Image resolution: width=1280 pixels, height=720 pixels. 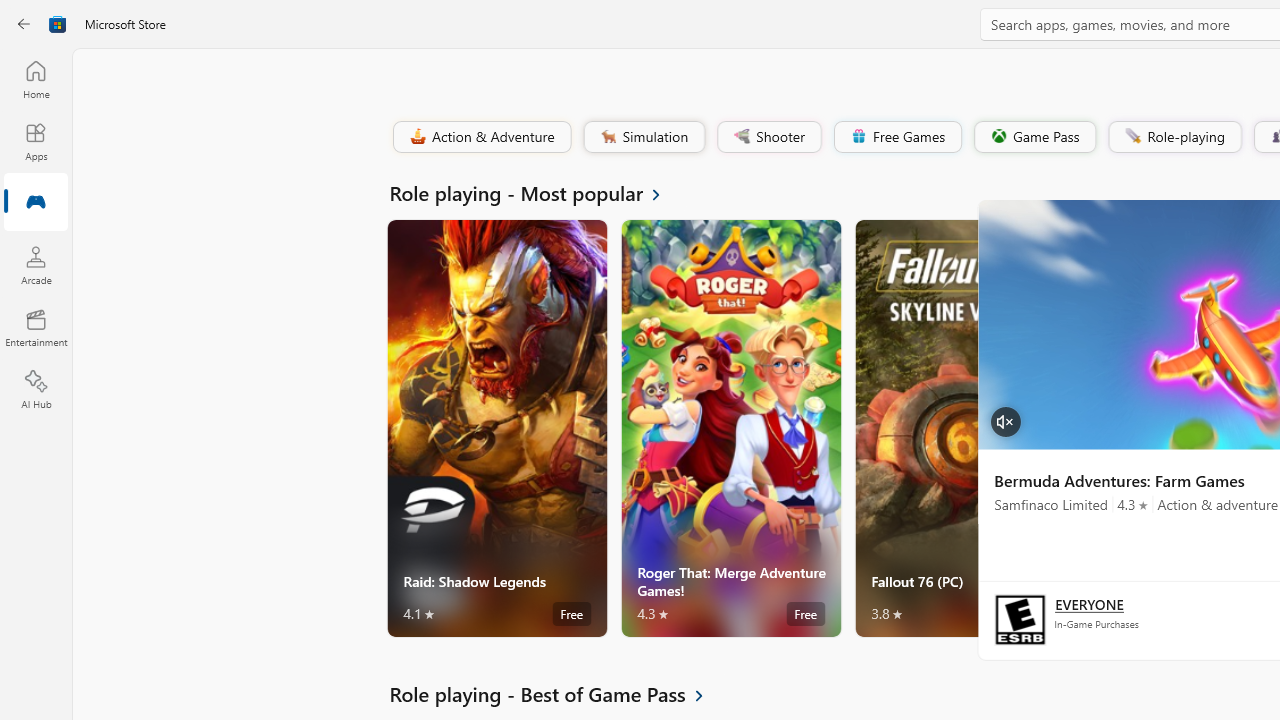 I want to click on 'See all  Role playing - Best of Game Pass', so click(x=558, y=693).